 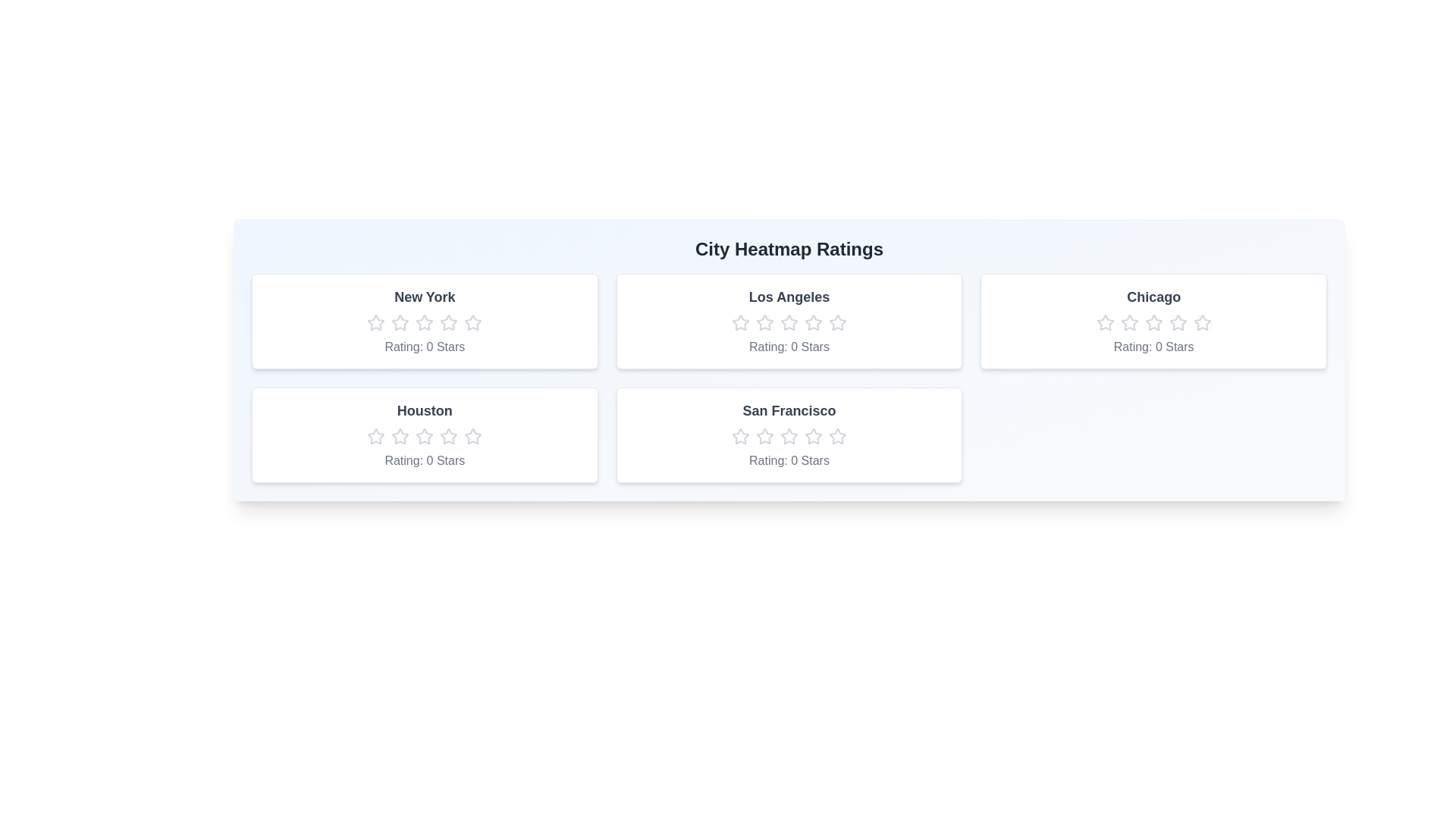 What do you see at coordinates (740, 322) in the screenshot?
I see `the Los Angeles rating star number 1` at bounding box center [740, 322].